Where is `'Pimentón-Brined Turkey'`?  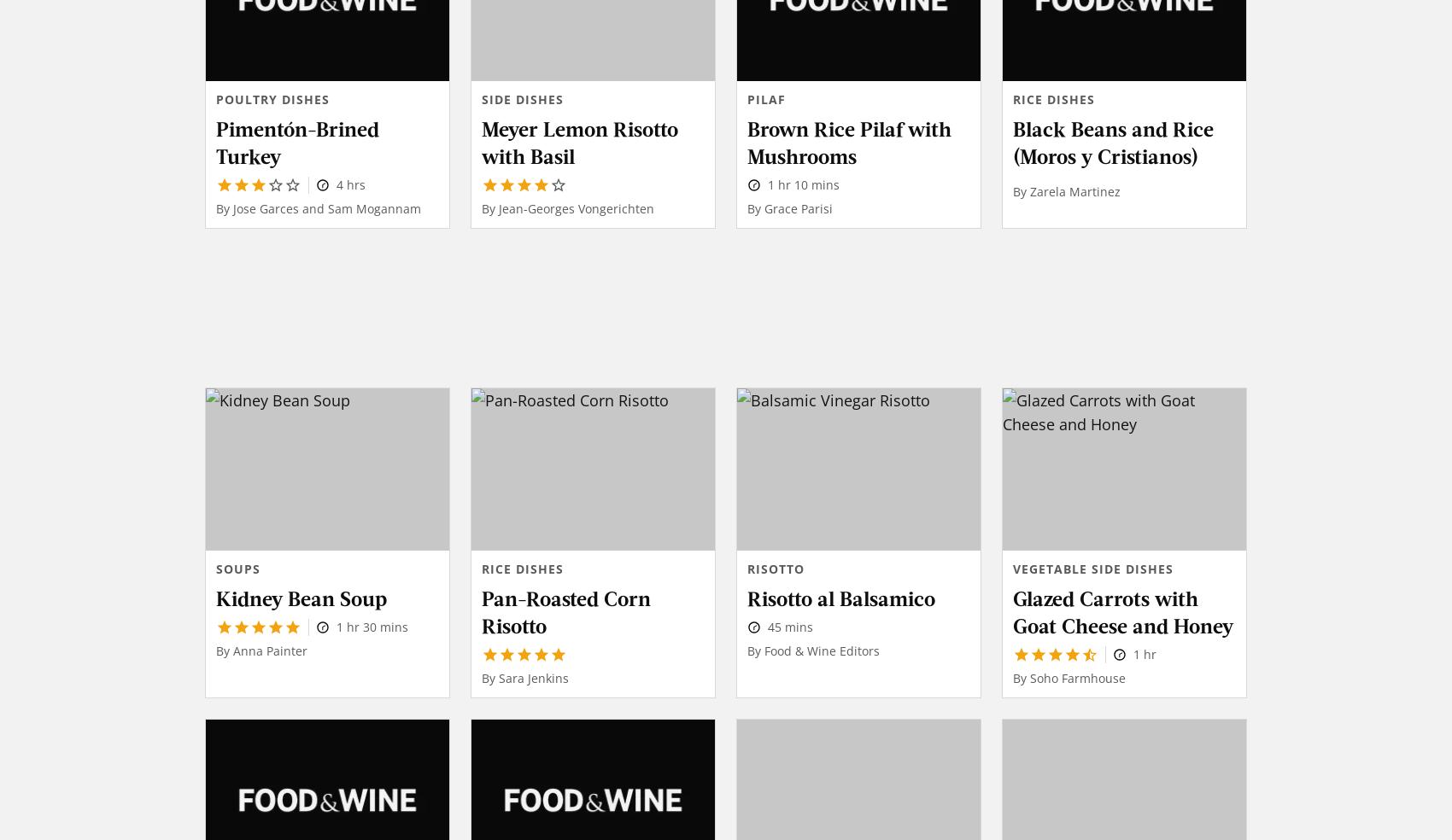 'Pimentón-Brined Turkey' is located at coordinates (296, 141).